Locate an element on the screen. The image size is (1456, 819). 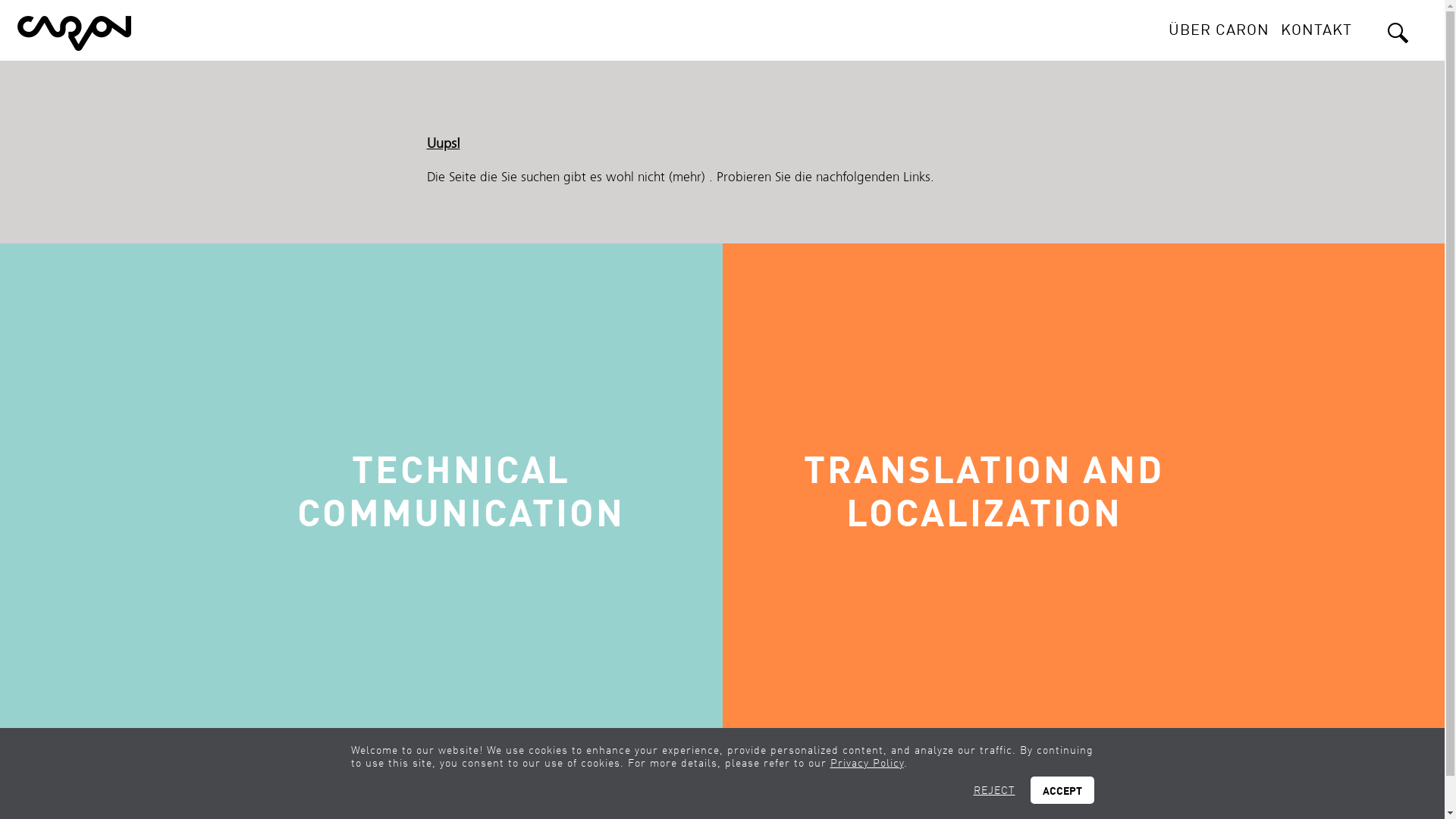
'REJECT' is located at coordinates (994, 789).